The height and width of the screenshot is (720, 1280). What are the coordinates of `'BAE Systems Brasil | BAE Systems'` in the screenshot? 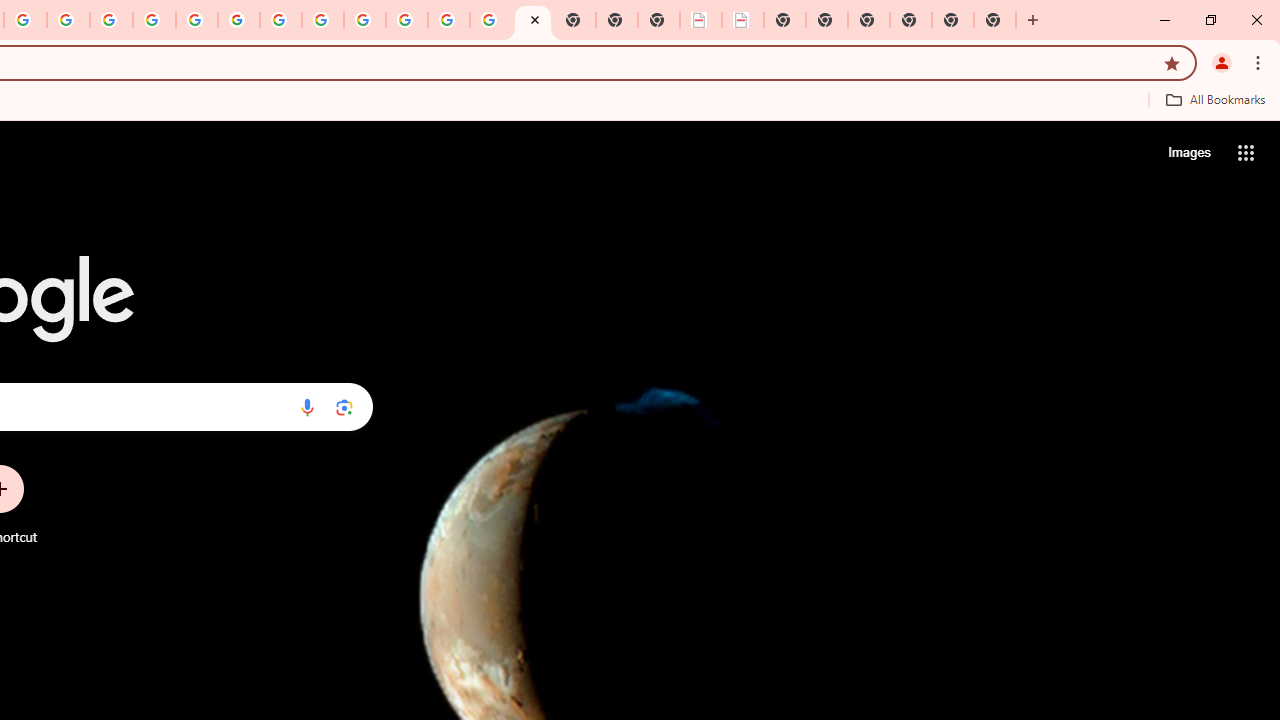 It's located at (742, 20).